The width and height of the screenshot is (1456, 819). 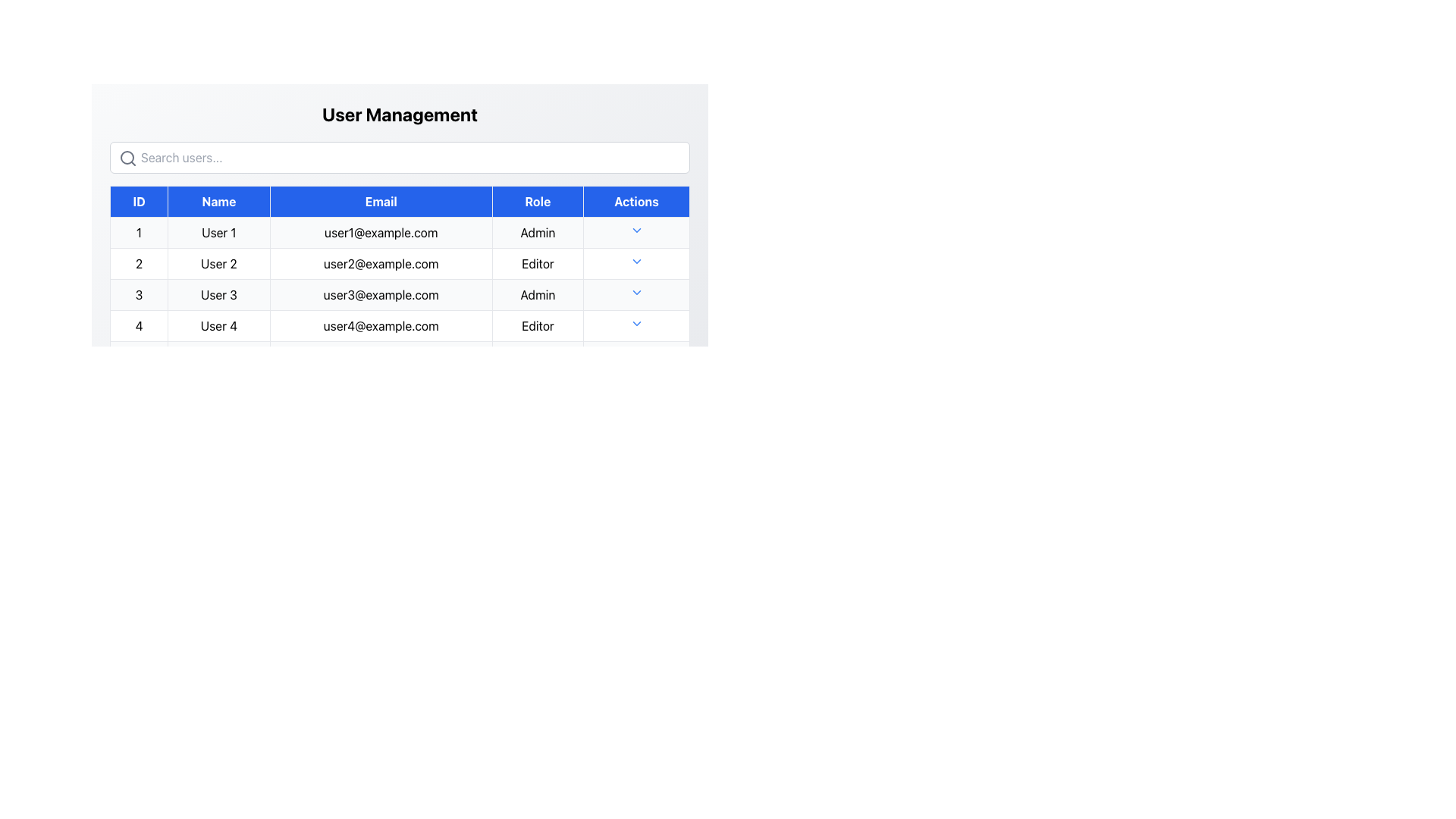 I want to click on text displayed in the cell labeled 'User 3' located in the 'Name' column of the third row of the table, so click(x=218, y=295).